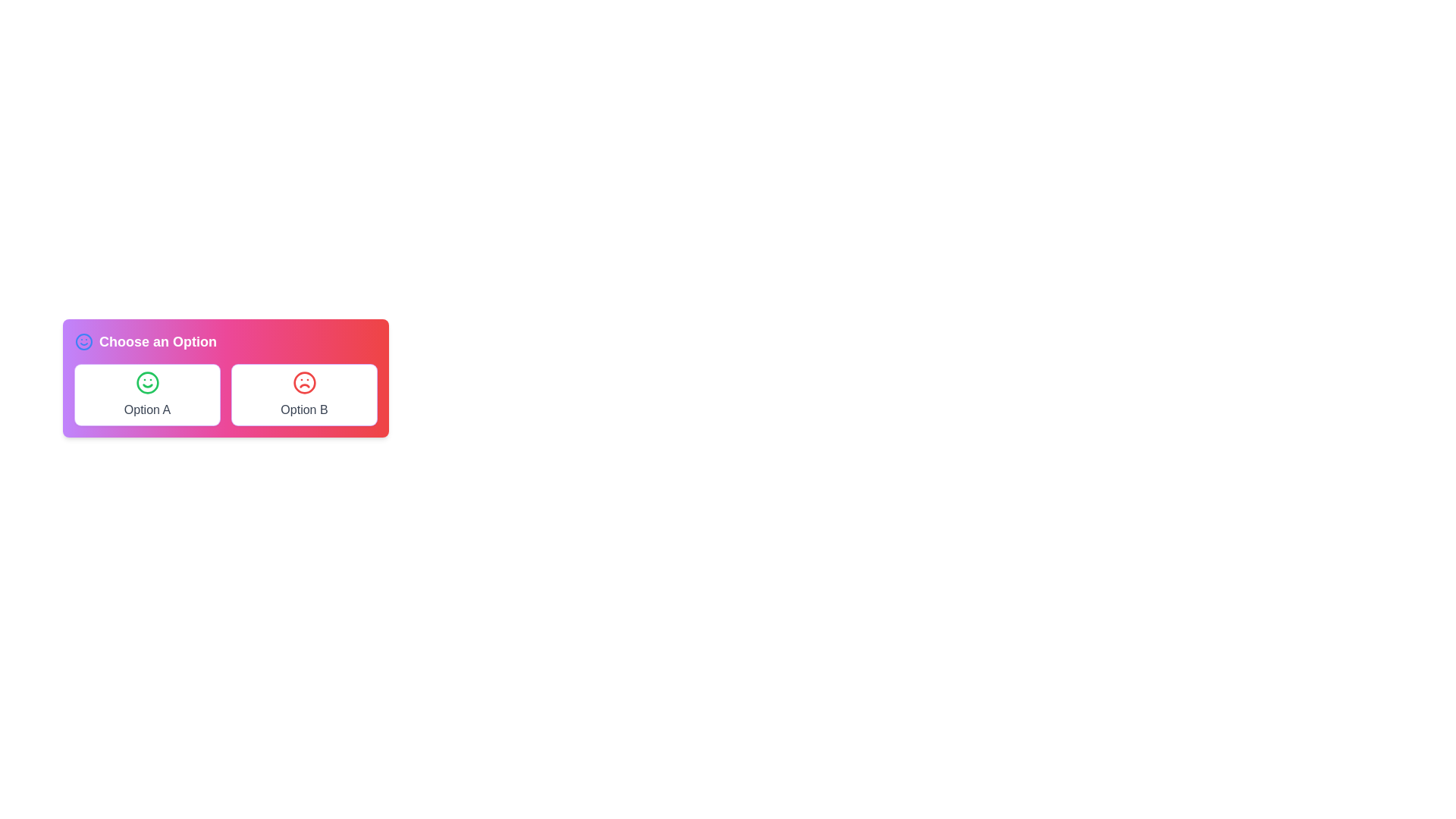 Image resolution: width=1456 pixels, height=819 pixels. I want to click on the first button in the two-column grid layout below the title 'Choose an Option' to signal a positive response, so click(147, 394).